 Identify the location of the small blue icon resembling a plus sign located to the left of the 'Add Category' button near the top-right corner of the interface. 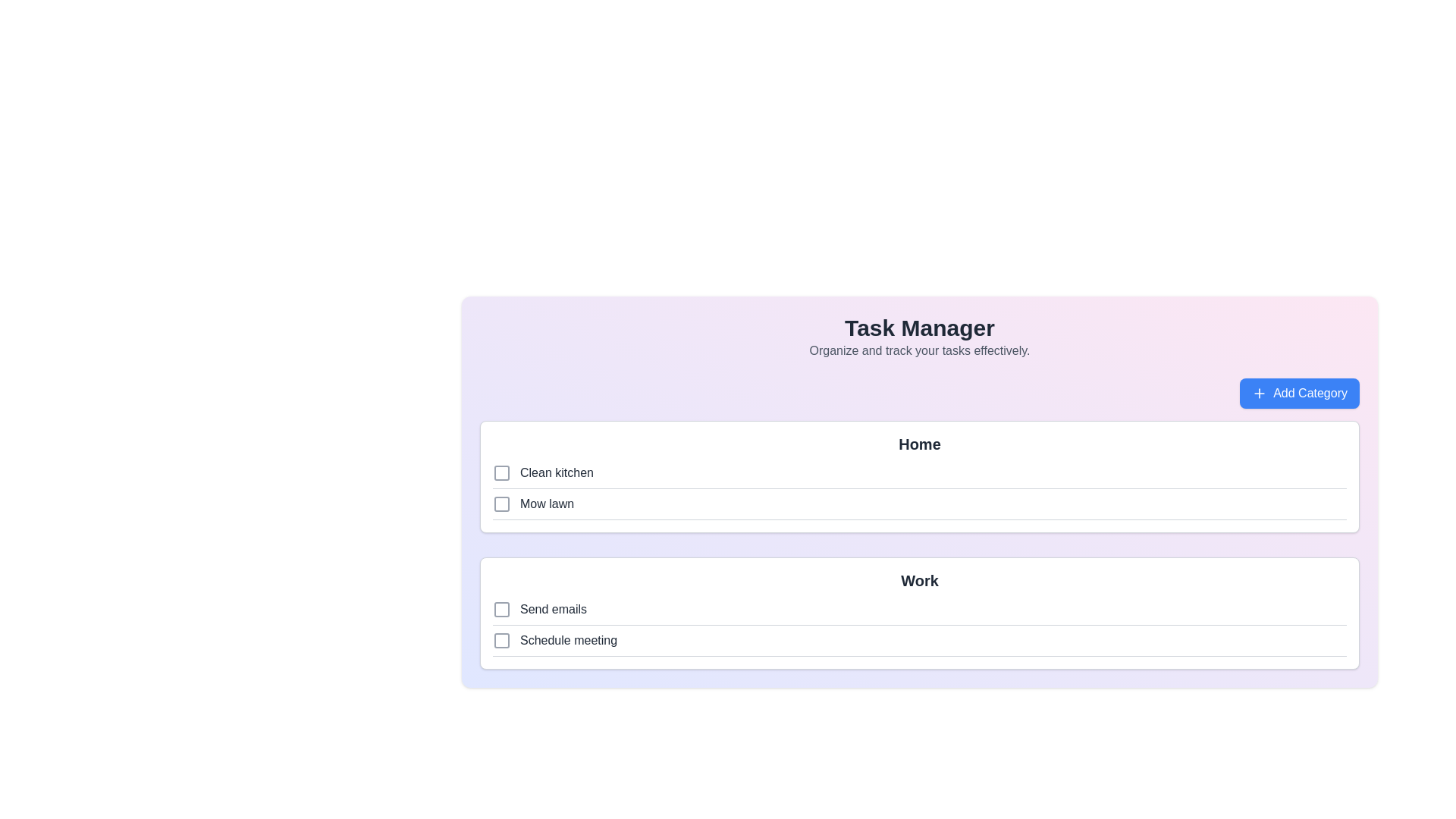
(1259, 393).